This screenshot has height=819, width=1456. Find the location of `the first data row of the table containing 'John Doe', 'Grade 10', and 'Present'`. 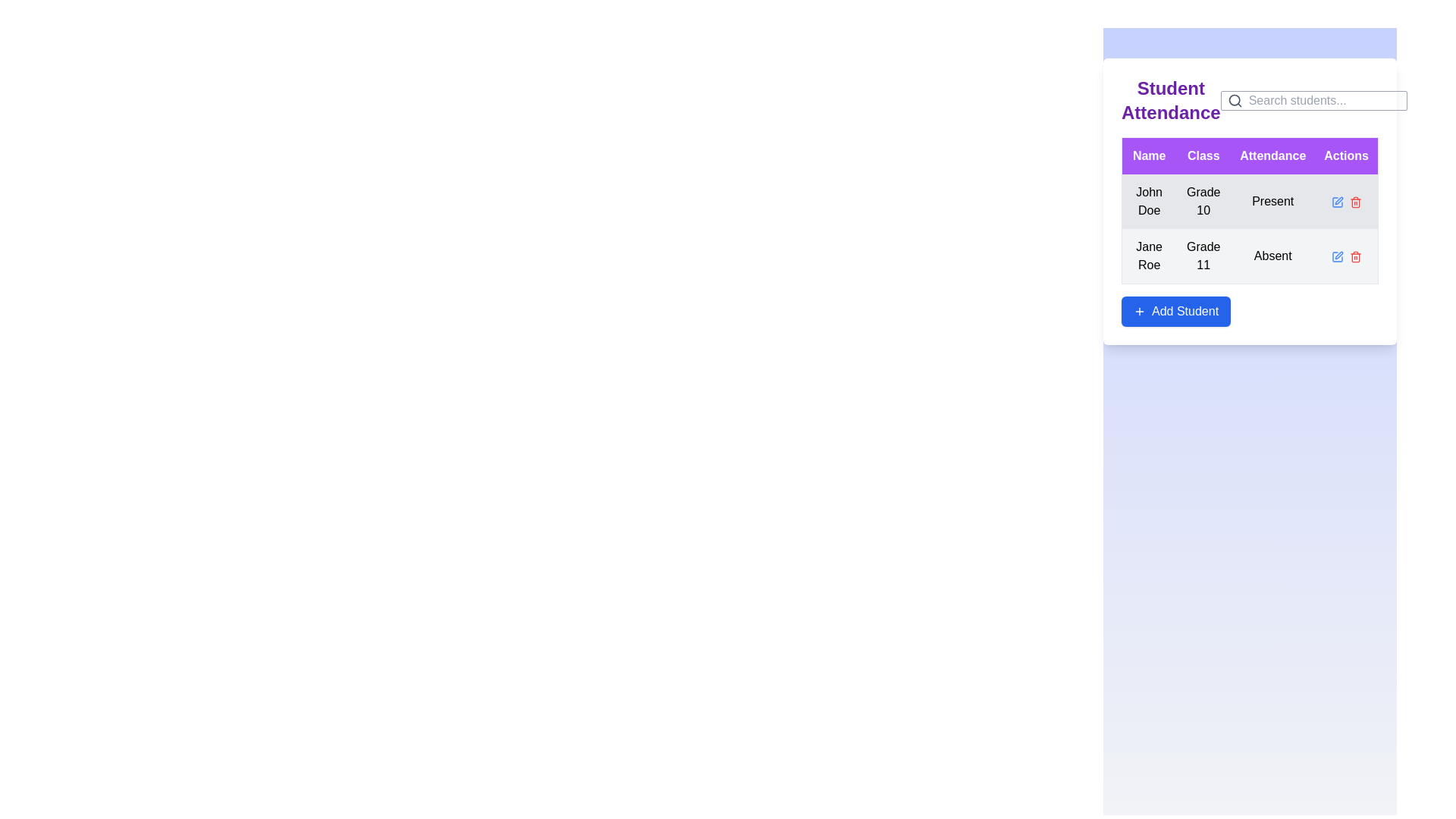

the first data row of the table containing 'John Doe', 'Grade 10', and 'Present' is located at coordinates (1250, 229).